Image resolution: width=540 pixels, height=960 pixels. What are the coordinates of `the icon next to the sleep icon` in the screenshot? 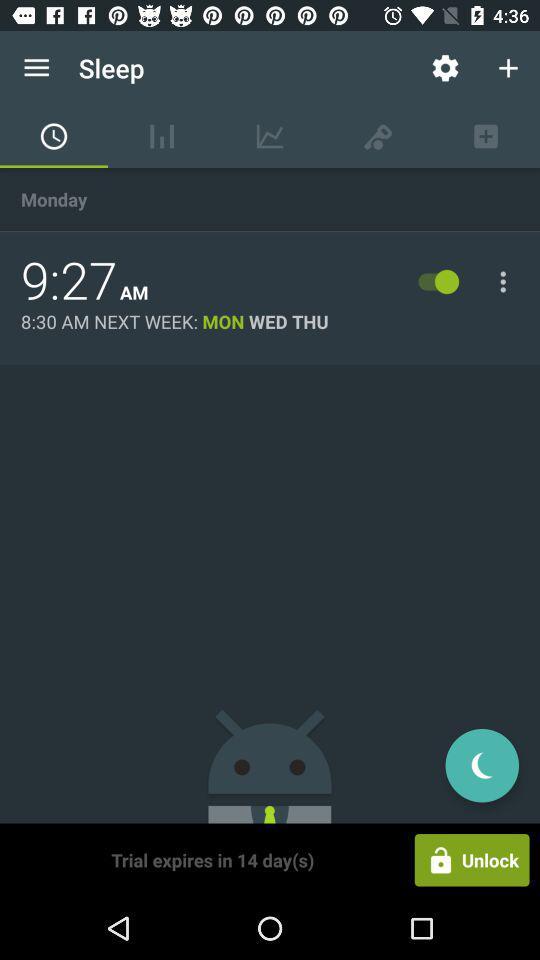 It's located at (445, 68).